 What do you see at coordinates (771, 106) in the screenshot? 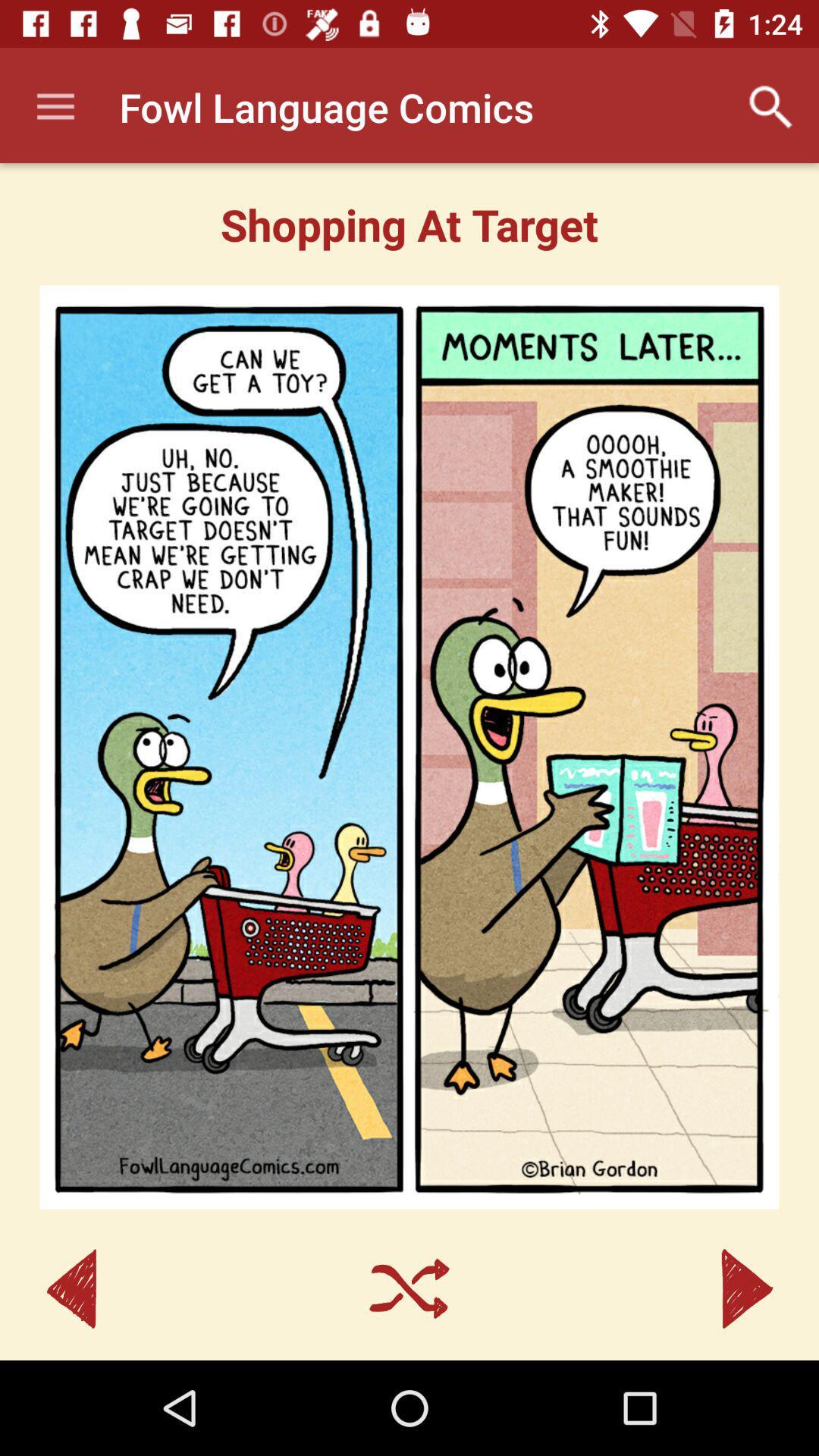
I see `the item to the right of the fowl language comics app` at bounding box center [771, 106].